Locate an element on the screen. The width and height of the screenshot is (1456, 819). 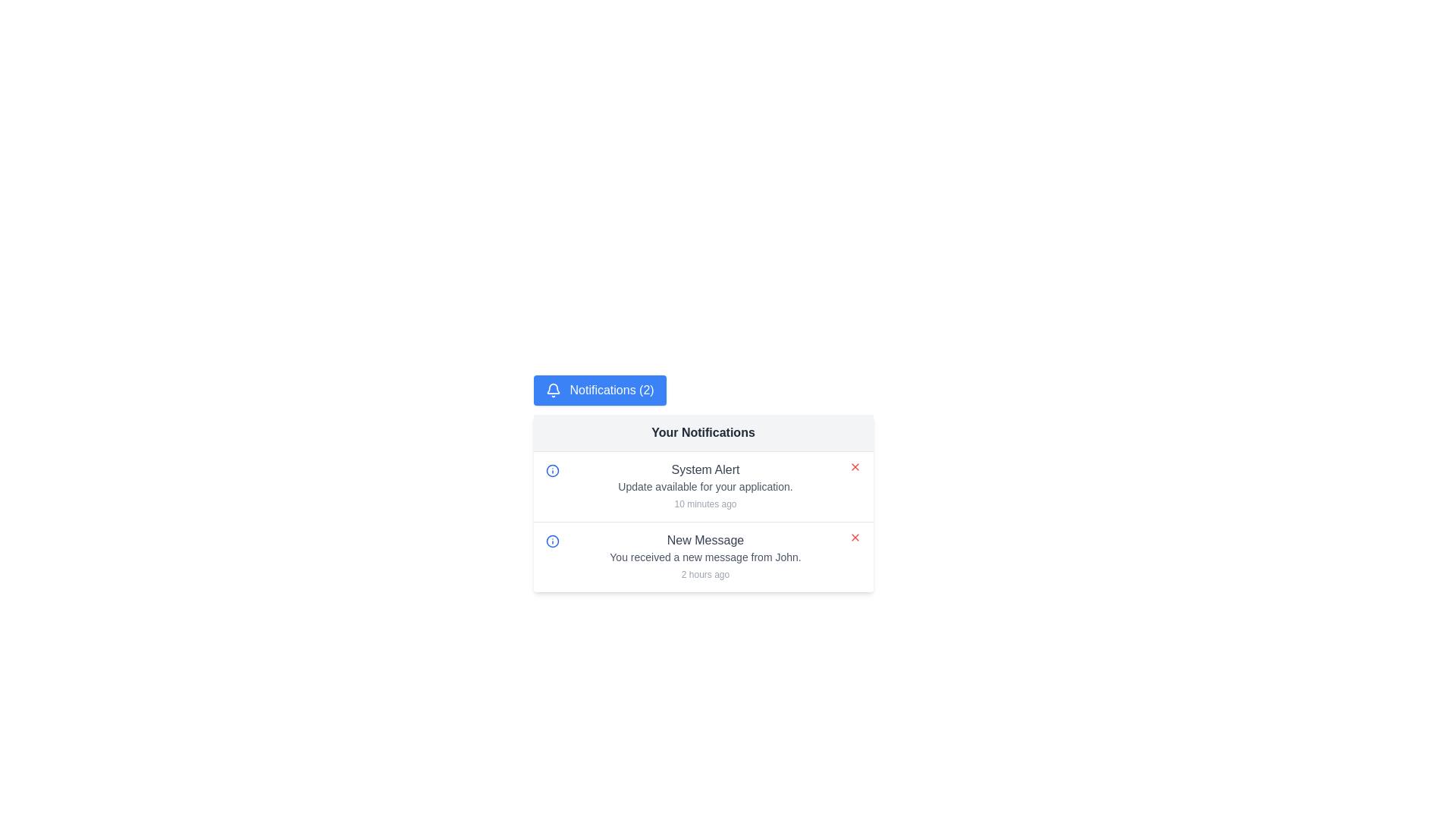
the close button located at the top-right corner of the 'New Message' card is located at coordinates (855, 537).